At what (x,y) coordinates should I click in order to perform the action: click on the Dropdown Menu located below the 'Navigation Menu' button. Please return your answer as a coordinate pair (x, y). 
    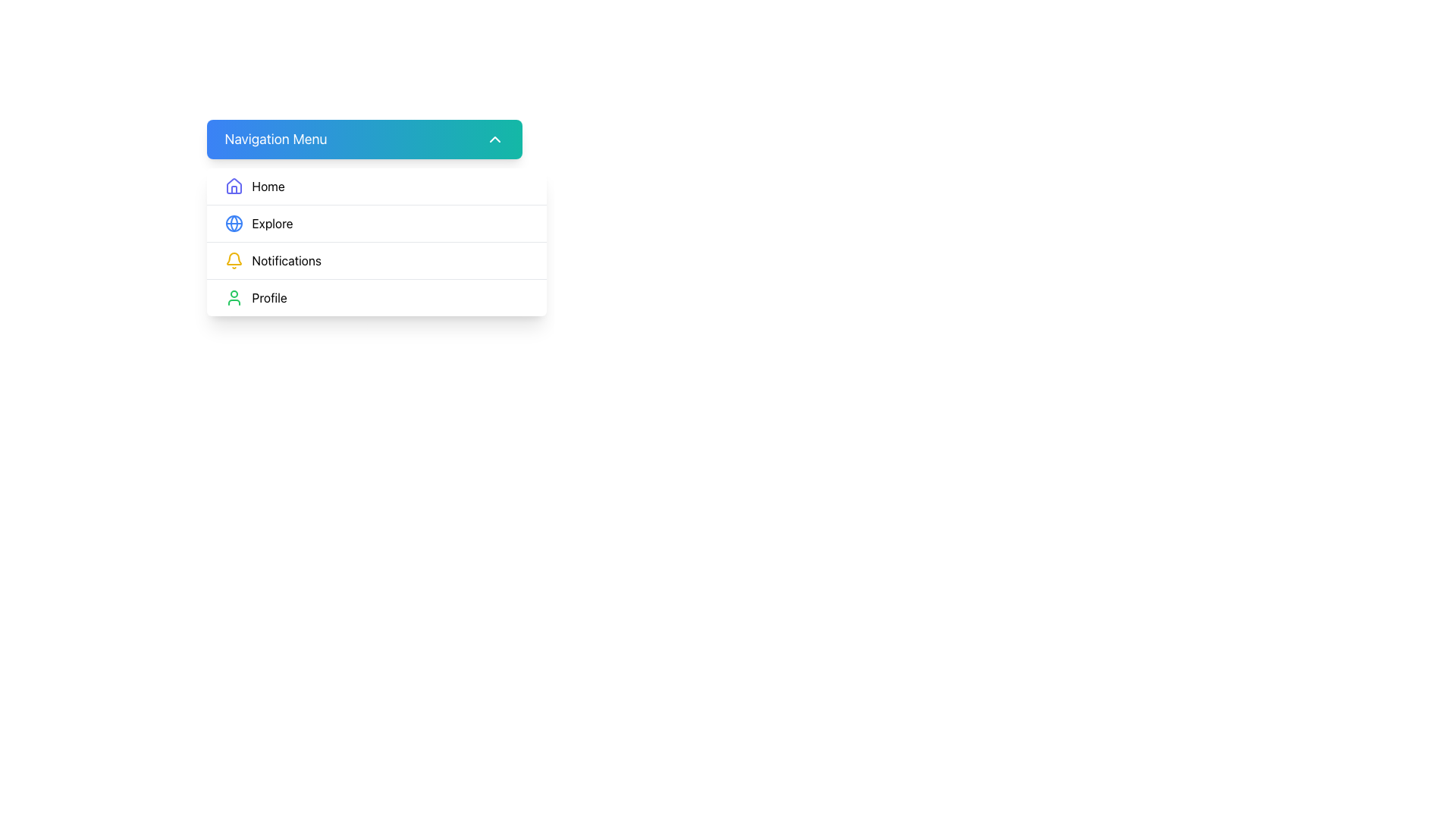
    Looking at the image, I should click on (376, 241).